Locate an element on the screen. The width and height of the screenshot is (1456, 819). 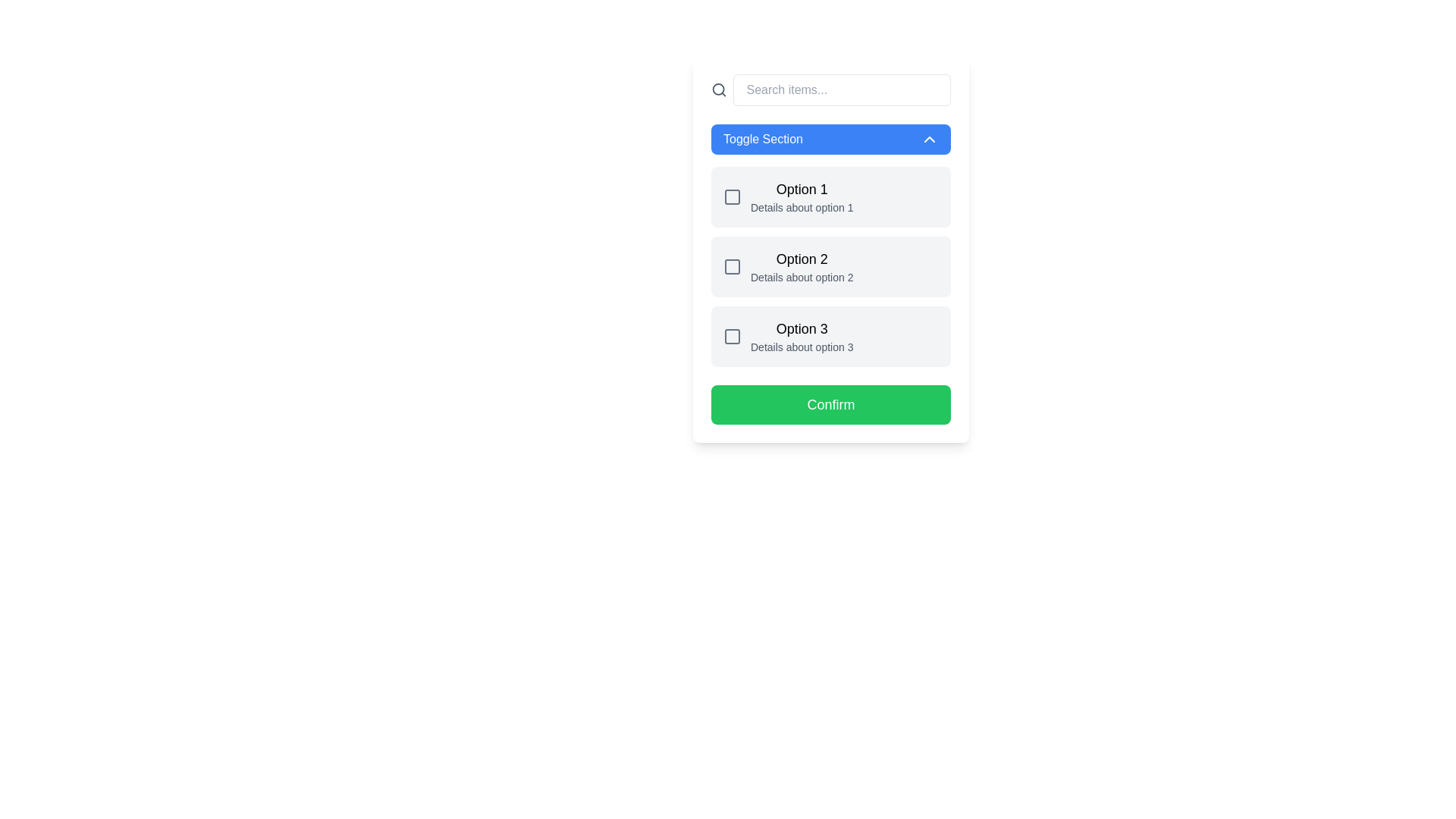
the checkbox in the list of selectable items is located at coordinates (830, 265).